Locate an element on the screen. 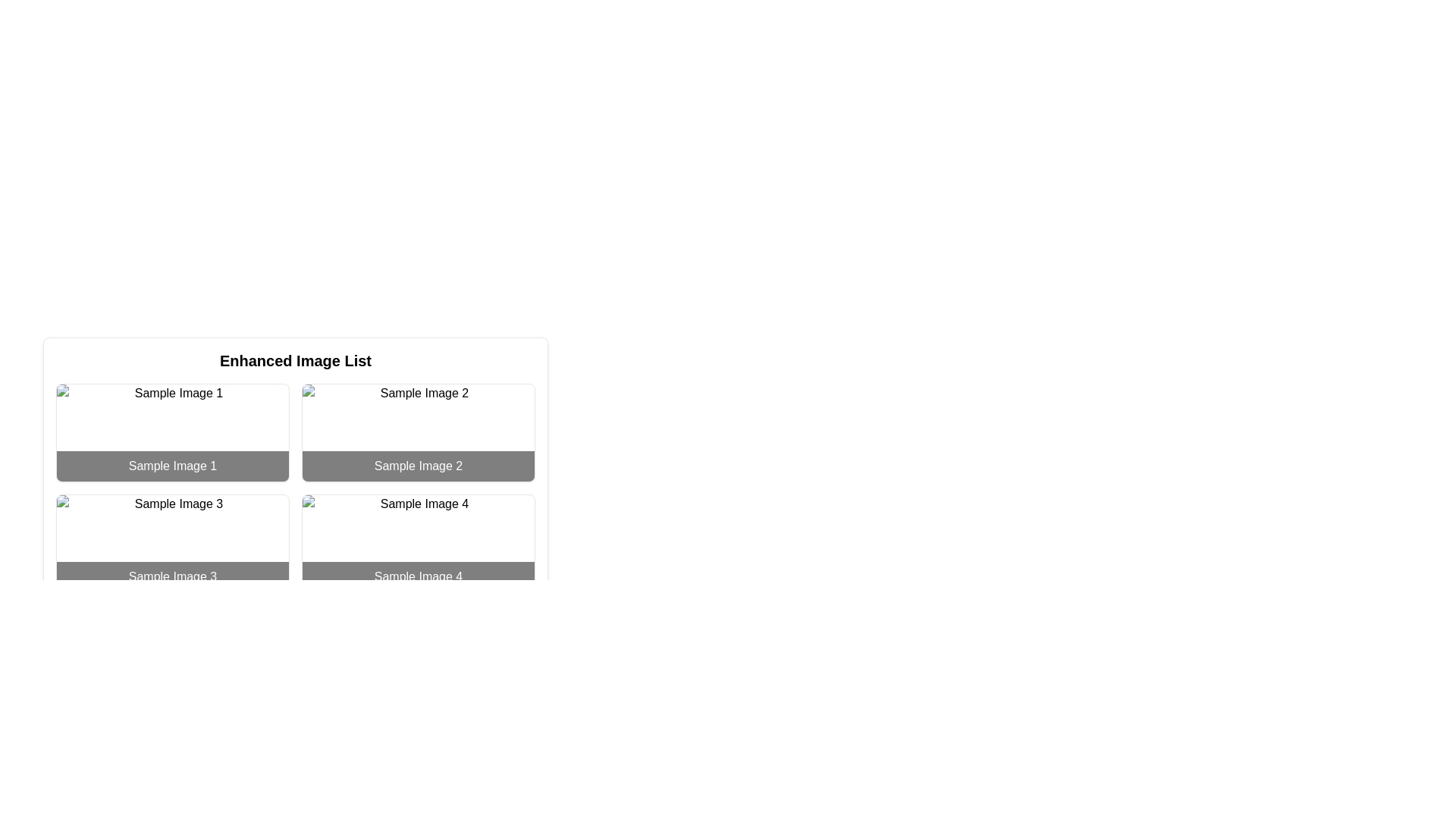 The image size is (1456, 819). label or caption section located at the bottom of the second image card labeled 'Sample Image 2' in the top row of the grid layout is located at coordinates (419, 465).